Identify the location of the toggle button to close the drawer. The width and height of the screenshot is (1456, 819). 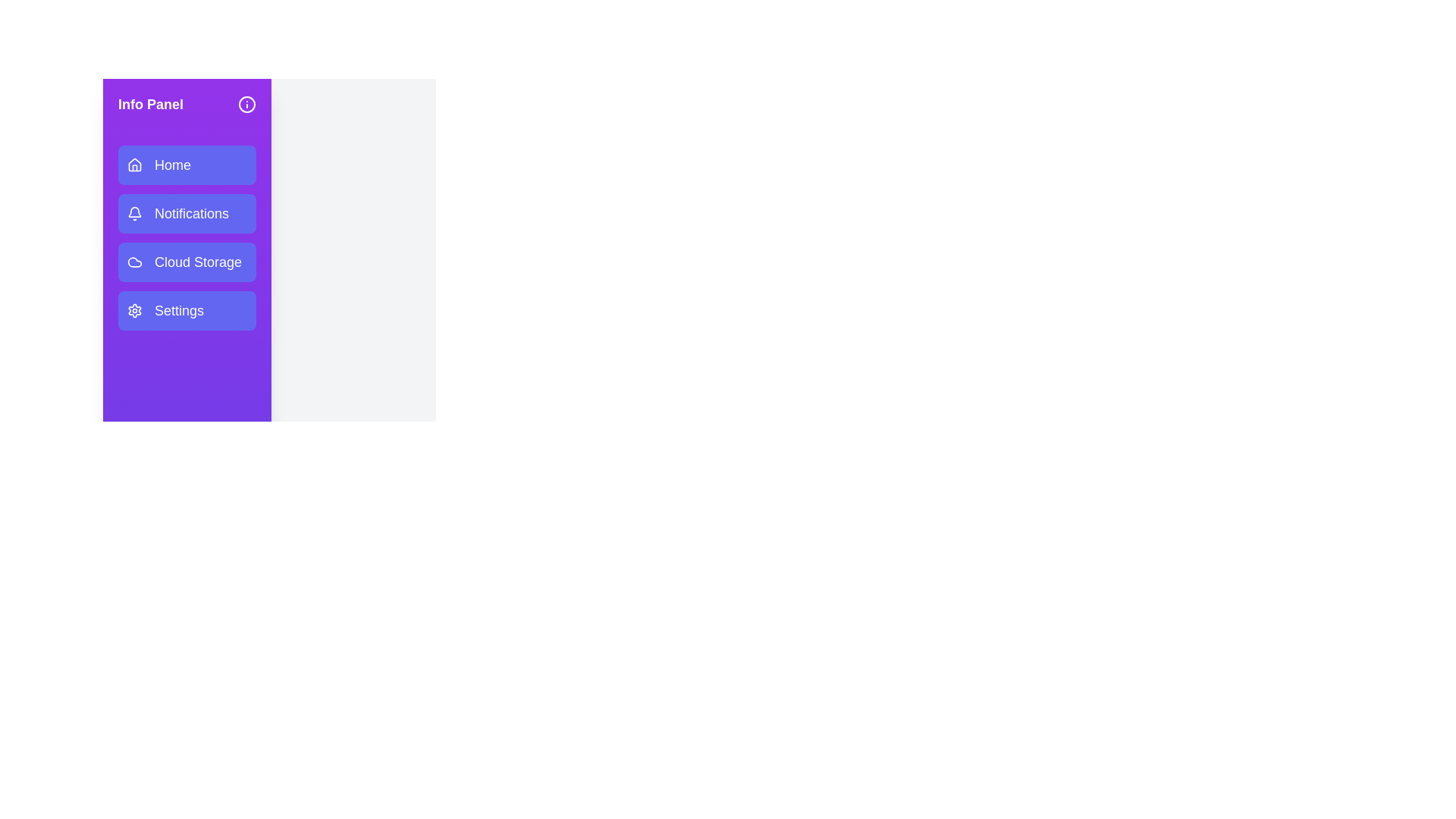
(246, 104).